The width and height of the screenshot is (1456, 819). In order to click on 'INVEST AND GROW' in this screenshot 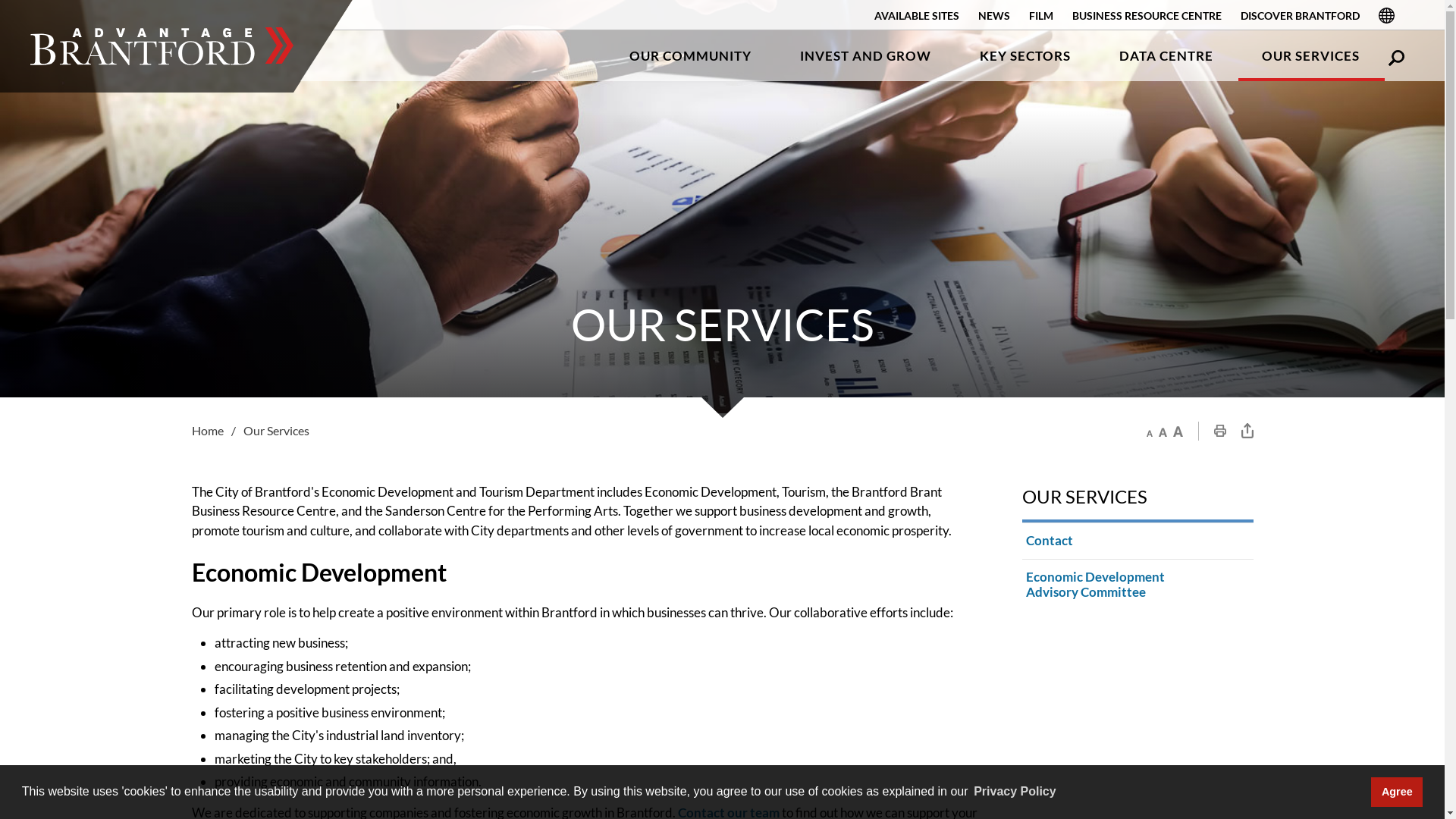, I will do `click(865, 55)`.